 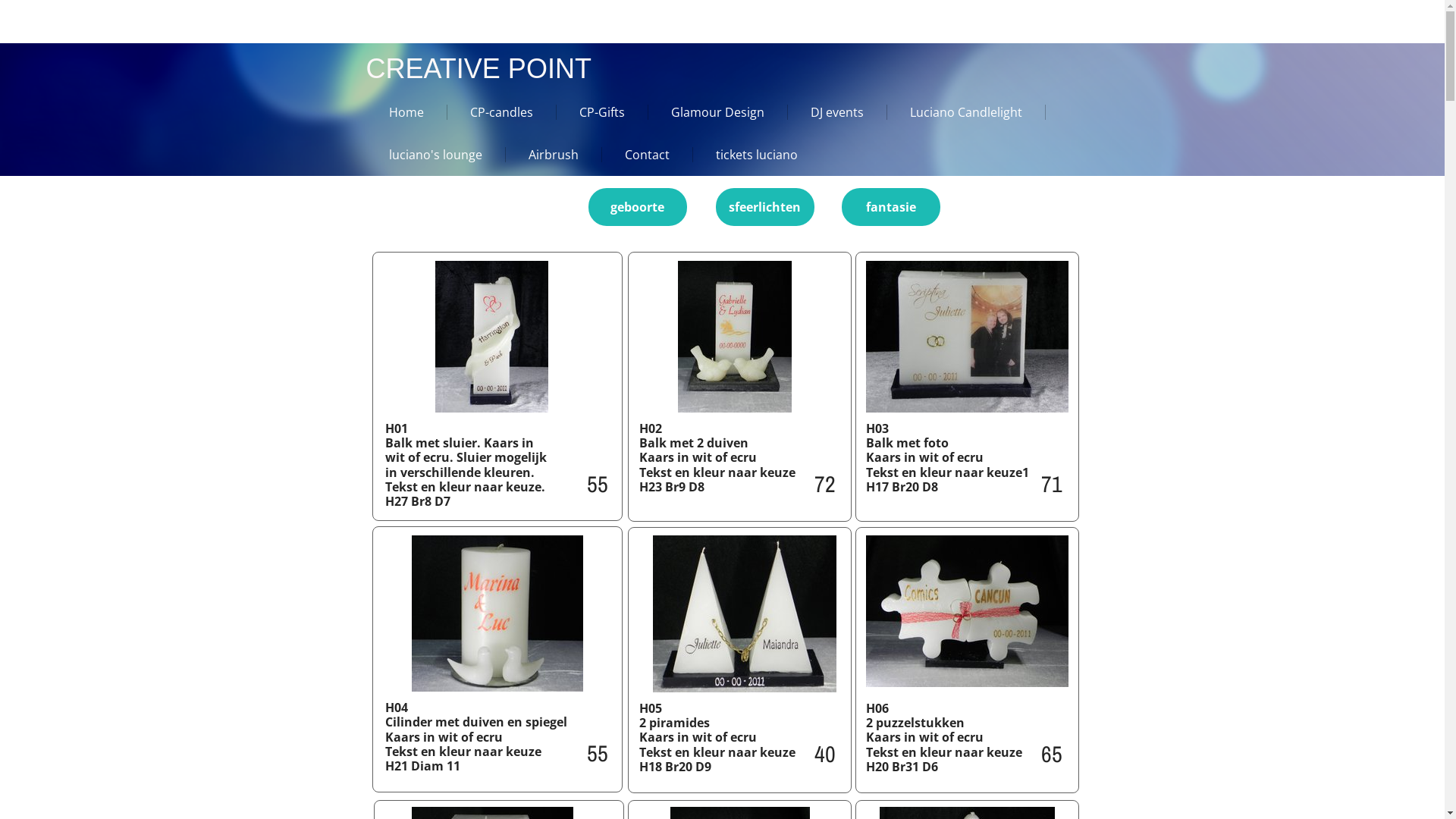 I want to click on 'luciano's lounge', so click(x=425, y=155).